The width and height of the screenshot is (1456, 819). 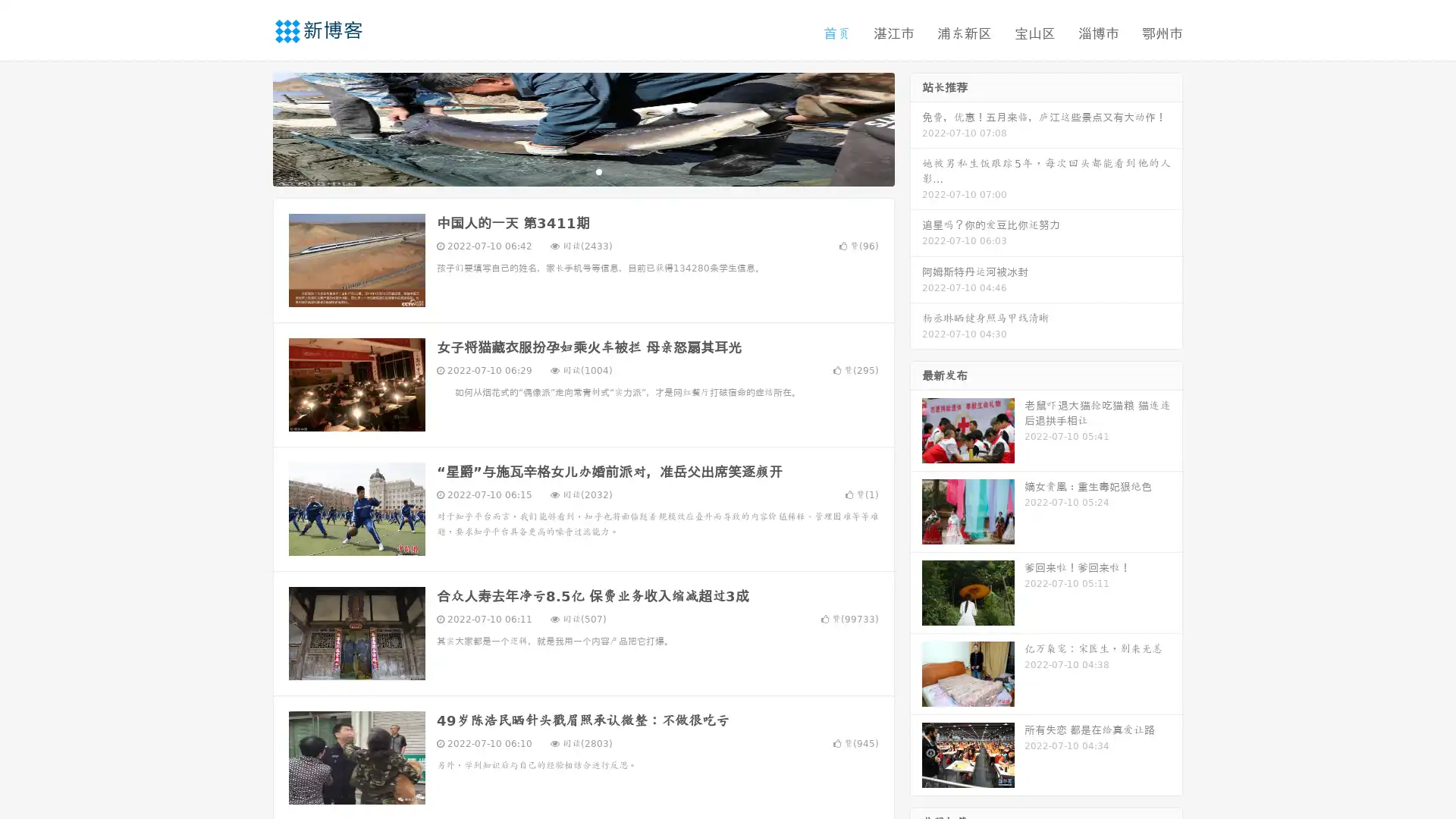 What do you see at coordinates (916, 127) in the screenshot?
I see `Next slide` at bounding box center [916, 127].